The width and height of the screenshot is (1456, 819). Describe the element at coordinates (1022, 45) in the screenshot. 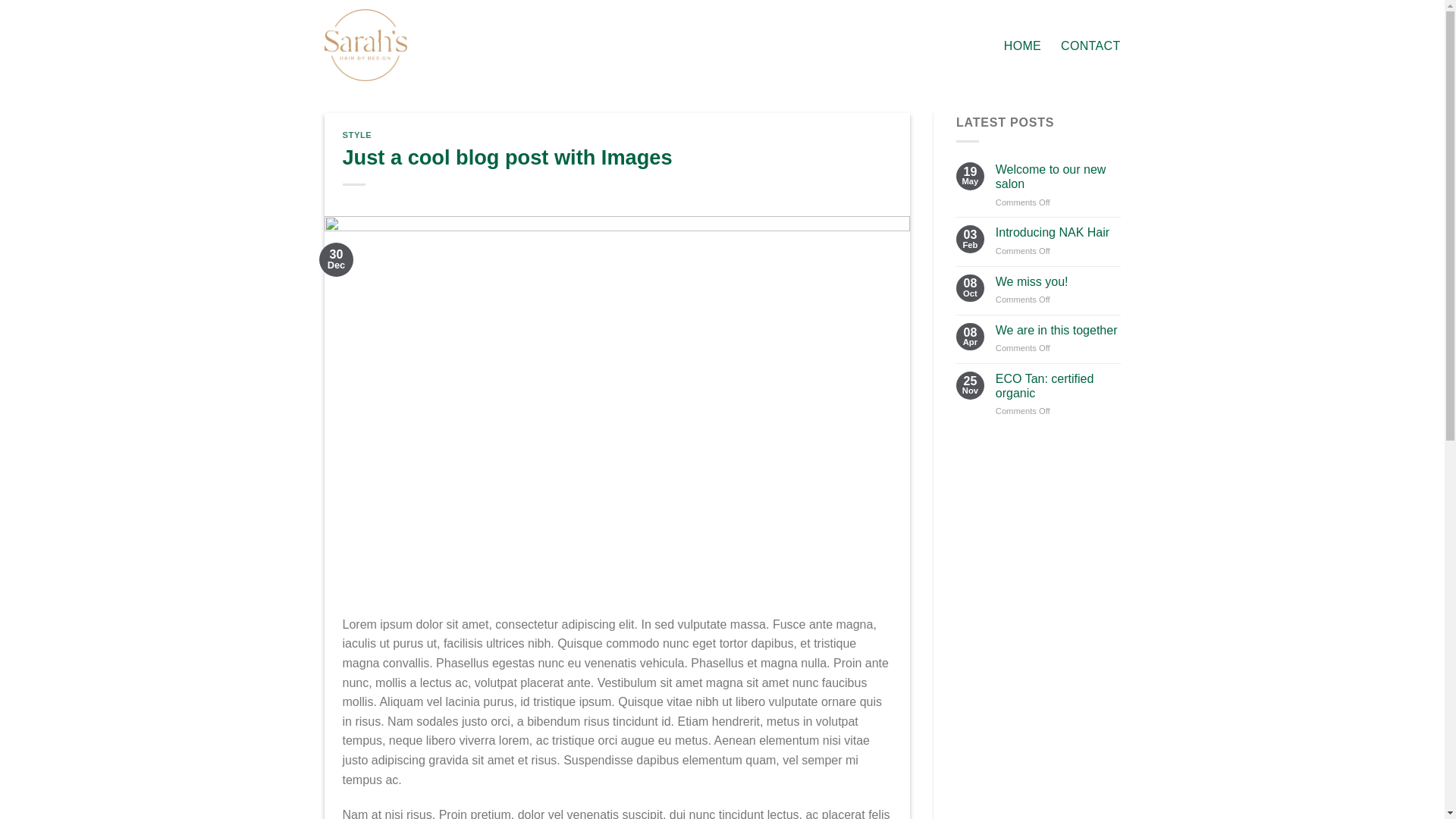

I see `'HOME'` at that location.